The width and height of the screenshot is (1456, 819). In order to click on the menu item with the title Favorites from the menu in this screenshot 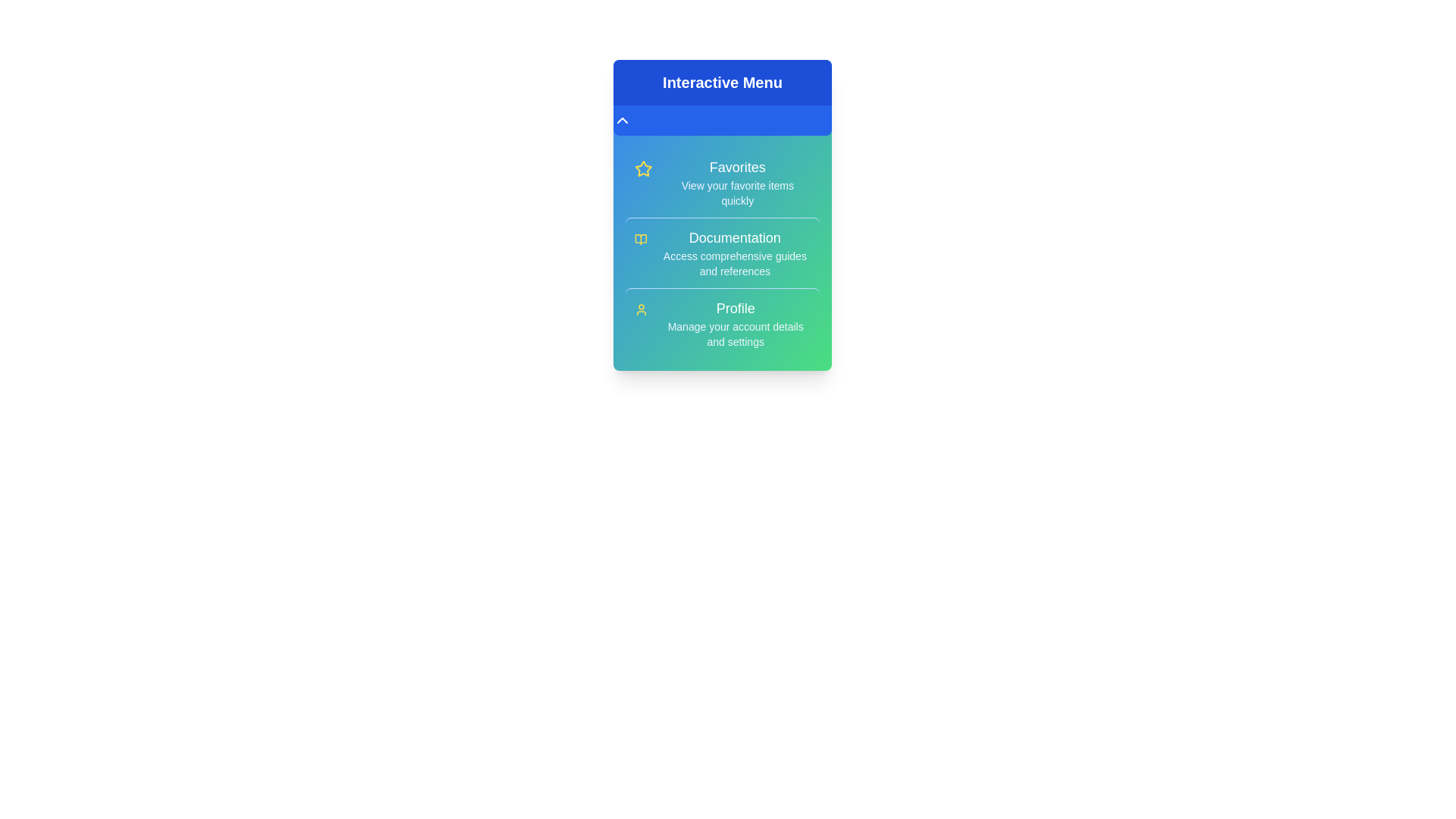, I will do `click(722, 181)`.